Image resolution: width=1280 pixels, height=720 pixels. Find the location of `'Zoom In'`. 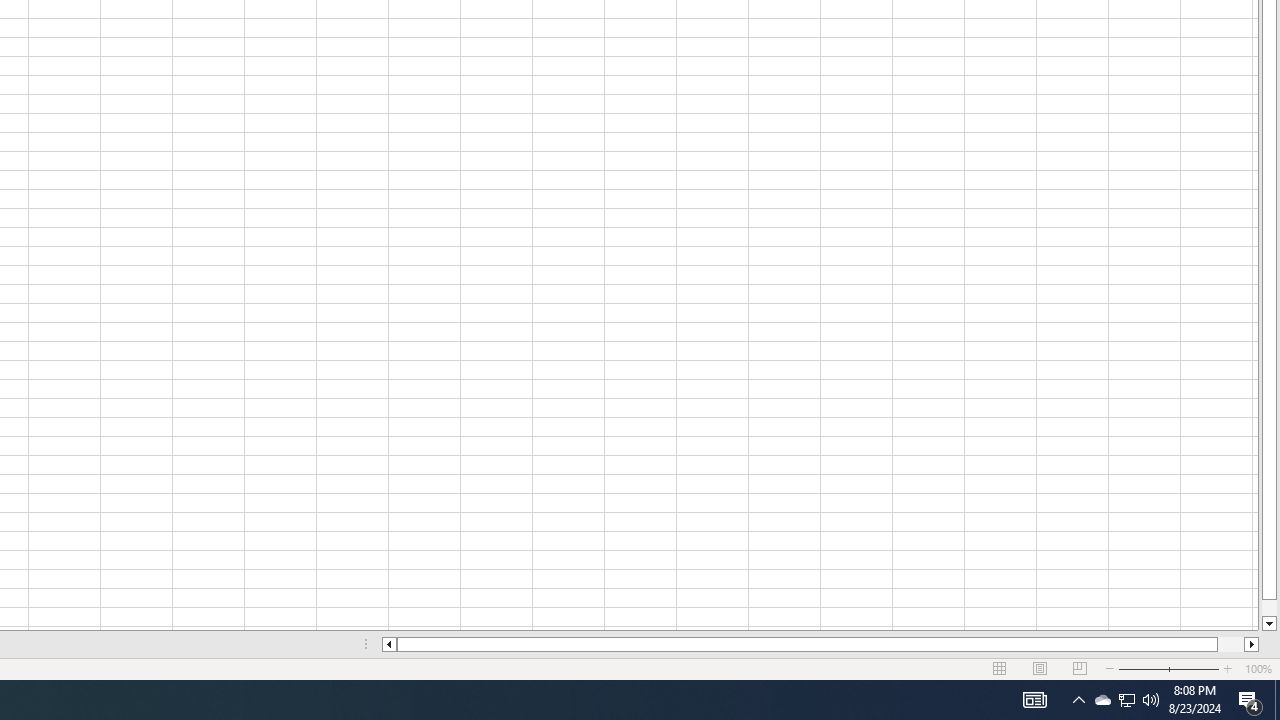

'Zoom In' is located at coordinates (1226, 669).